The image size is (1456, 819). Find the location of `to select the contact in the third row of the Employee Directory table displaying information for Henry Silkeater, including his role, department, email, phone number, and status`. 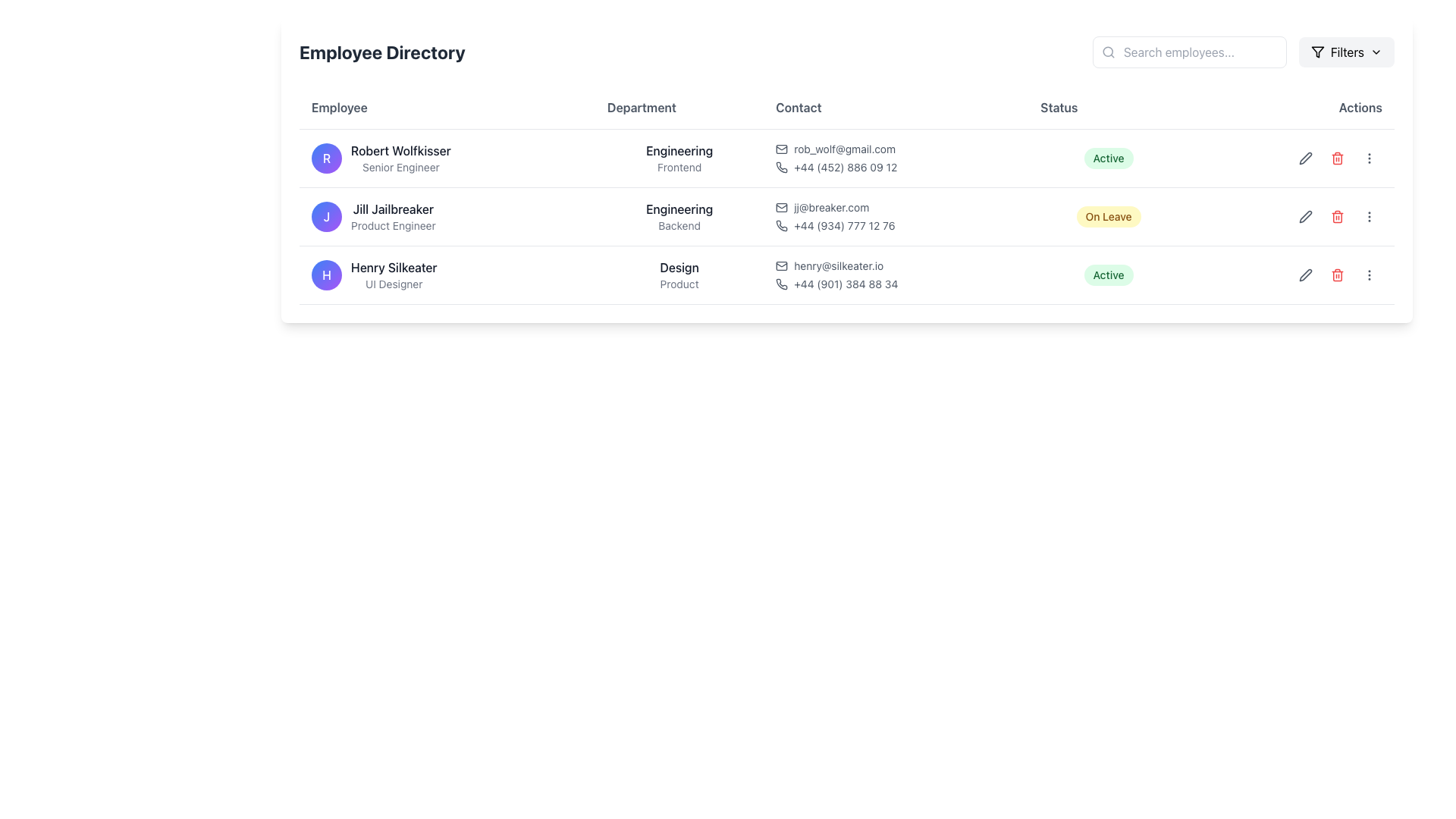

to select the contact in the third row of the Employee Directory table displaying information for Henry Silkeater, including his role, department, email, phone number, and status is located at coordinates (846, 275).